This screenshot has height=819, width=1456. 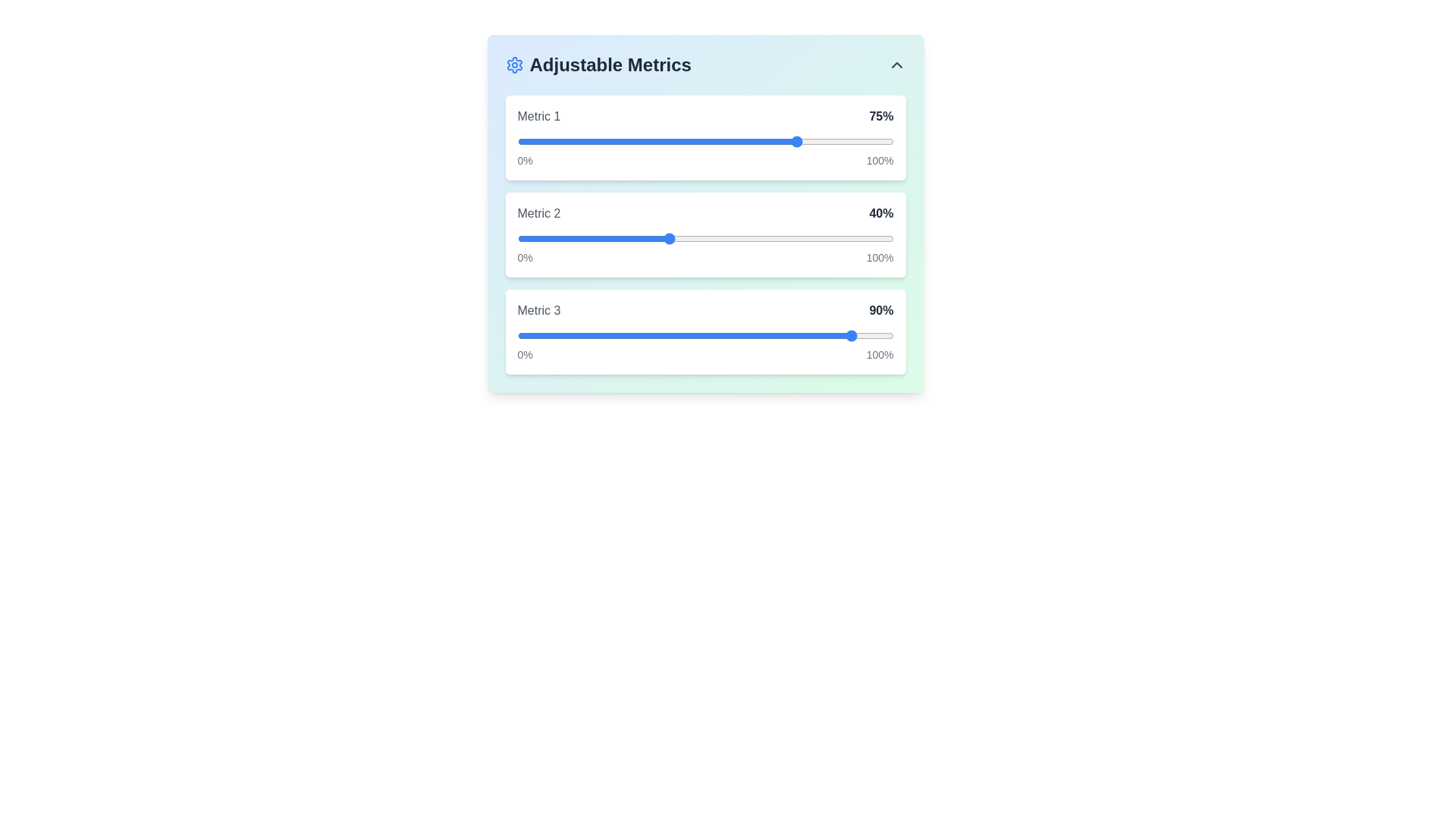 I want to click on the slider, so click(x=653, y=141).